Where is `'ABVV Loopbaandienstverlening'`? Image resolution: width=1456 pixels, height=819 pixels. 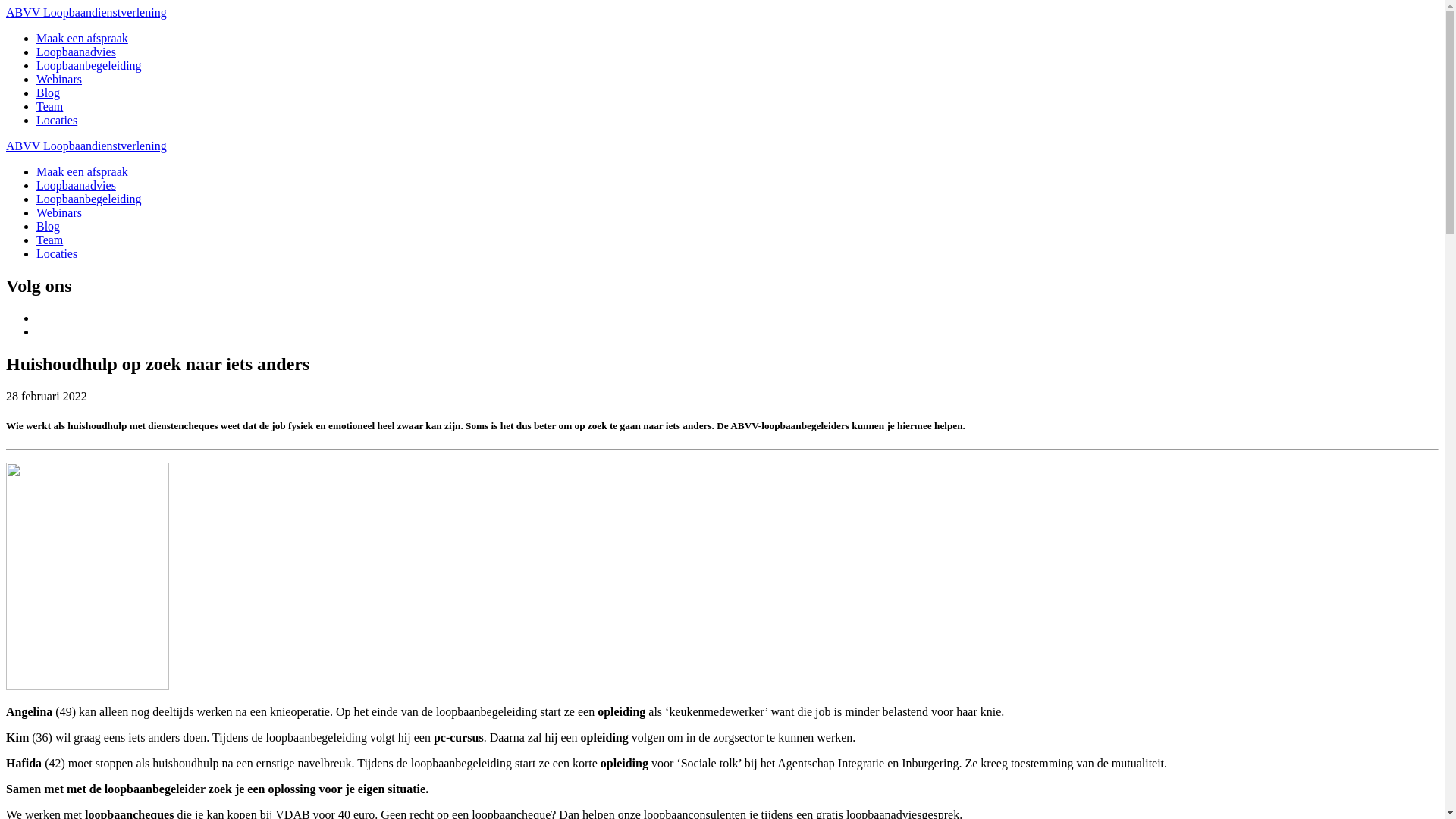 'ABVV Loopbaandienstverlening' is located at coordinates (86, 12).